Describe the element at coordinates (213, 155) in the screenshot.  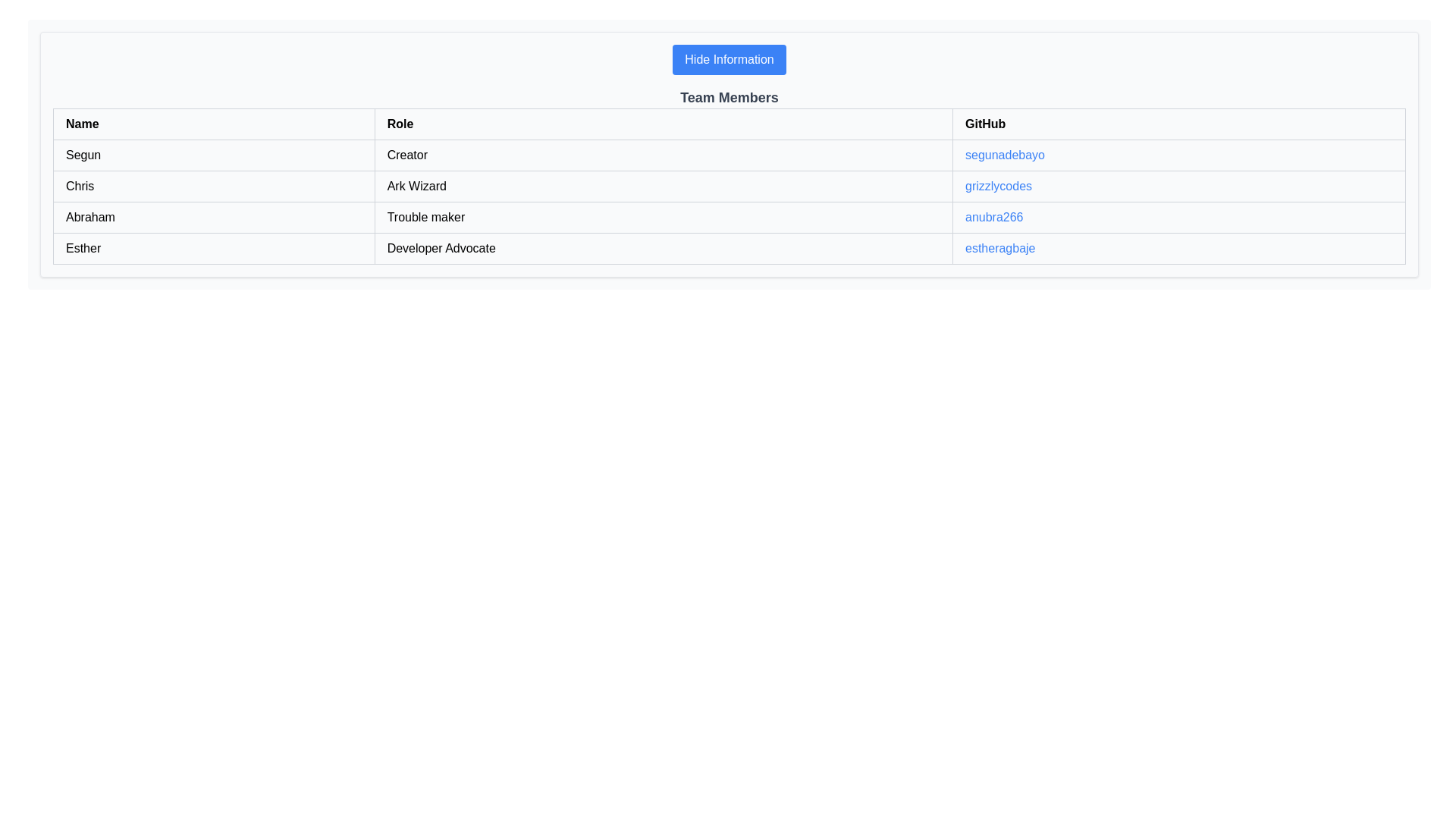
I see `the table cell displaying the name 'Segun' in the 'Name' column of the table` at that location.